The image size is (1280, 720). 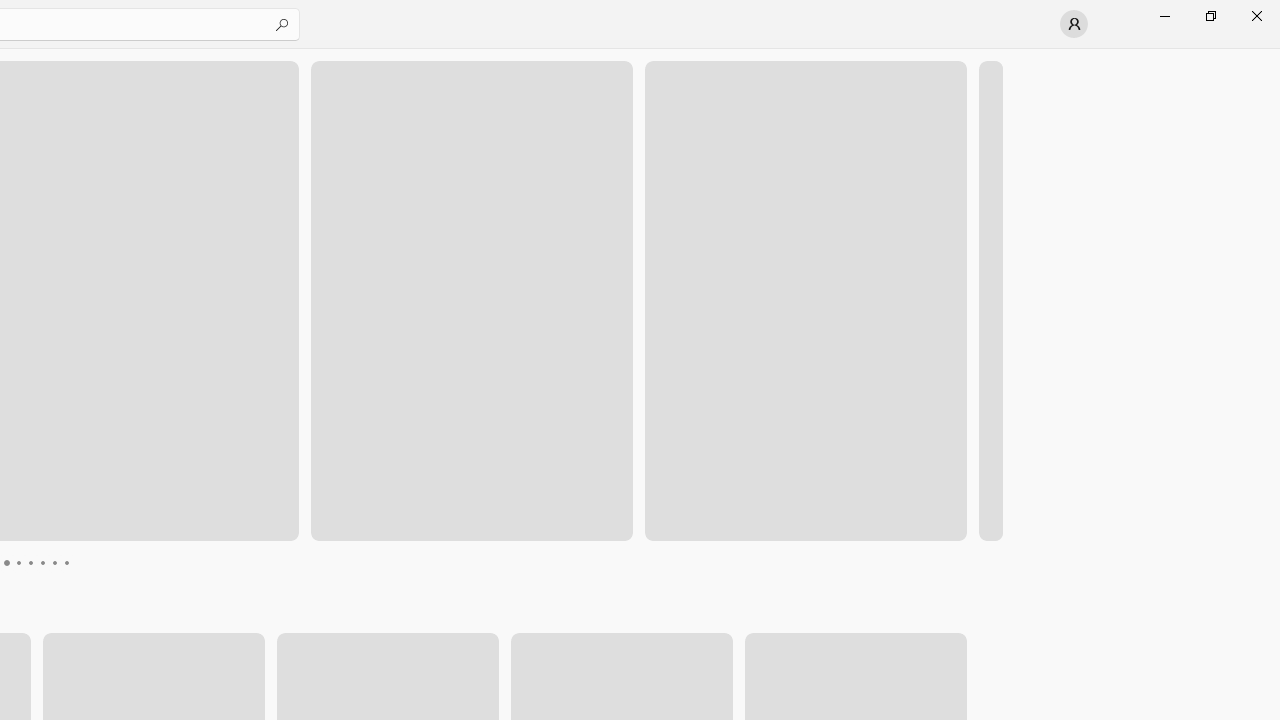 I want to click on 'Restore Microsoft Store', so click(x=1209, y=15).